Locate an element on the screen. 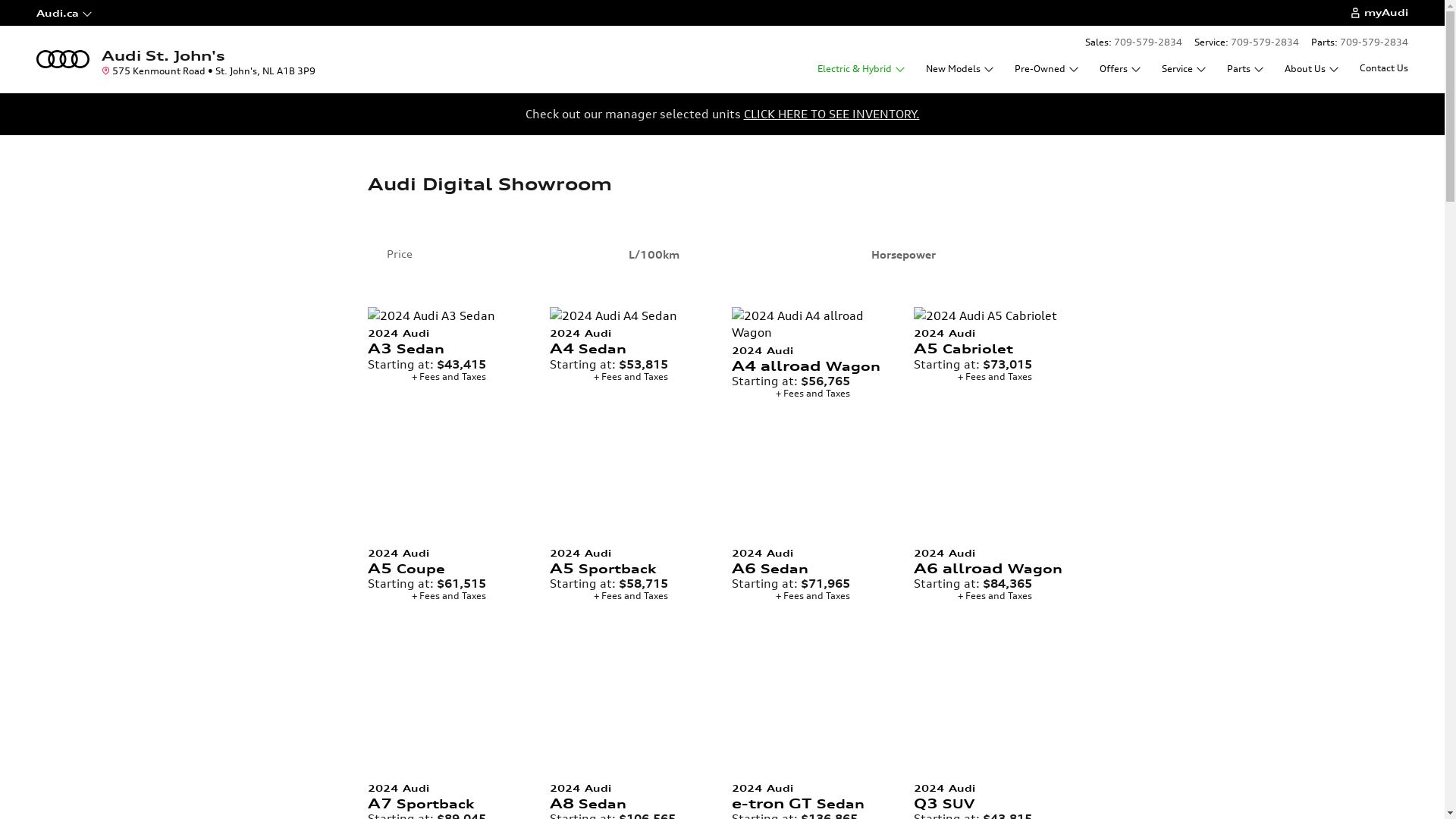 Image resolution: width=1456 pixels, height=819 pixels. 'myAudi' is located at coordinates (1349, 12).